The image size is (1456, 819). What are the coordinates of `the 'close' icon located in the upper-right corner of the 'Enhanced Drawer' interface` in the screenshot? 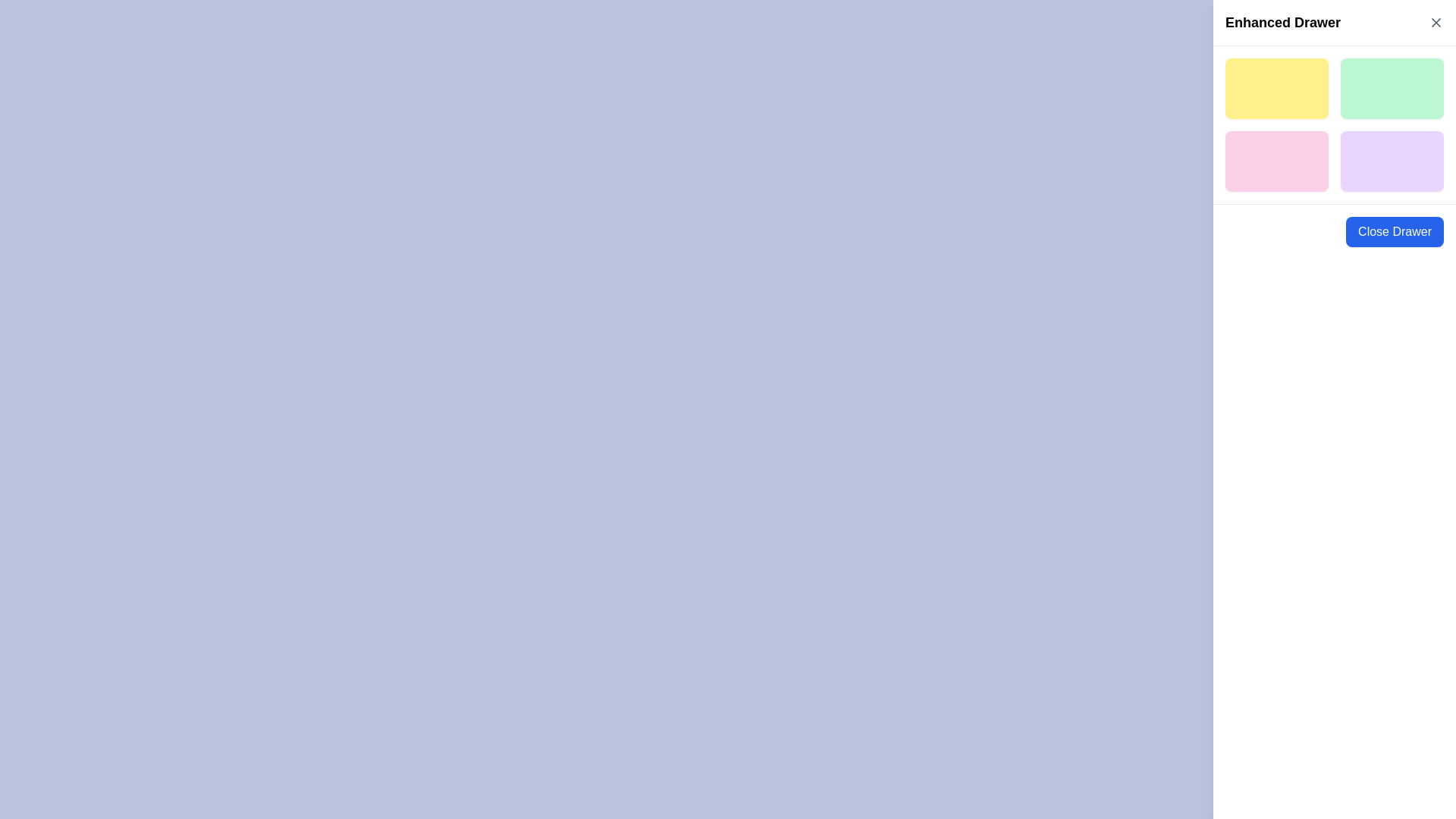 It's located at (1436, 23).